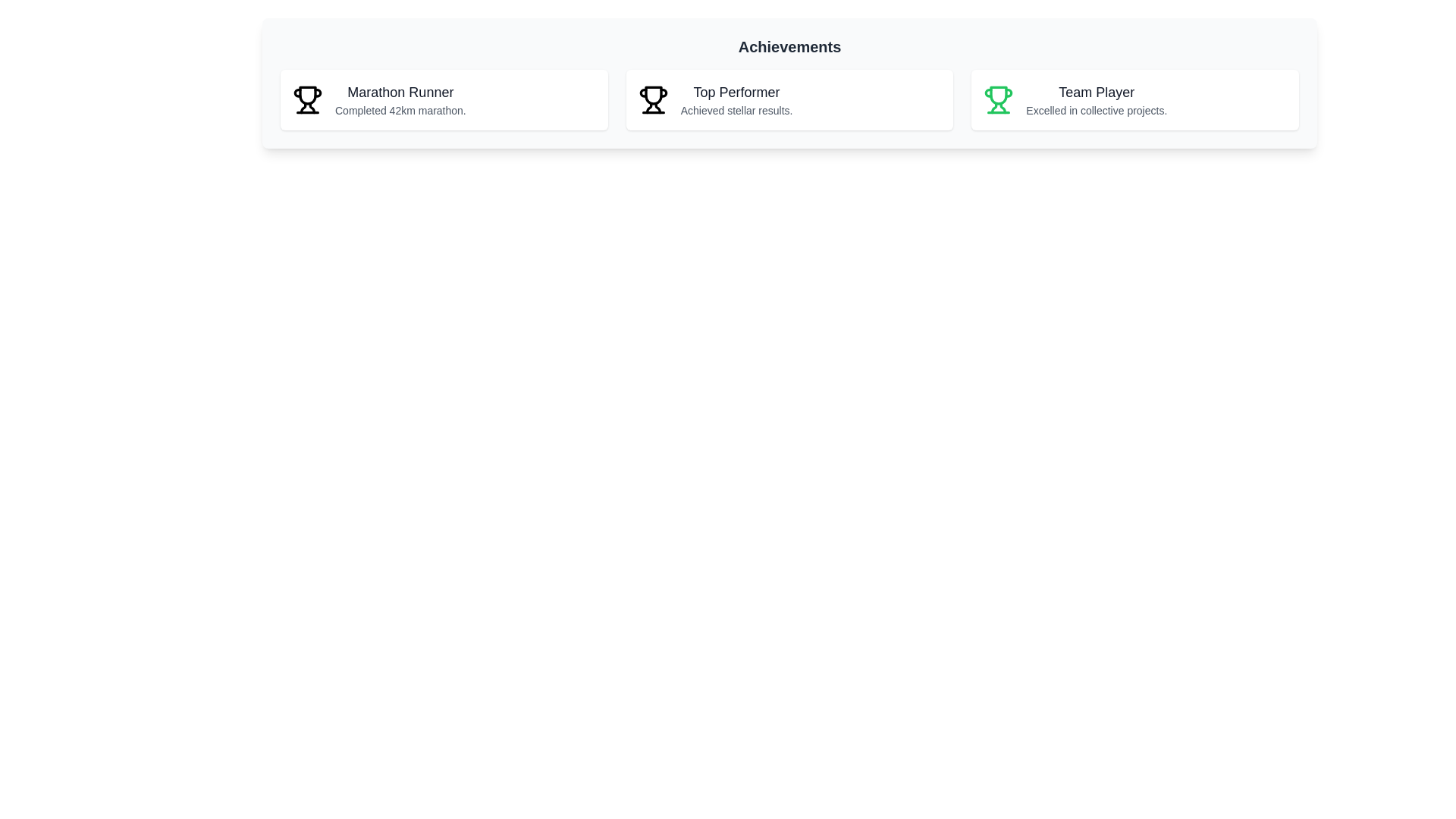  Describe the element at coordinates (400, 99) in the screenshot. I see `the static text display component that provides information about a person's achievement of completing a marathon, located in the leftmost section of a horizontally aligned set of three sections` at that location.